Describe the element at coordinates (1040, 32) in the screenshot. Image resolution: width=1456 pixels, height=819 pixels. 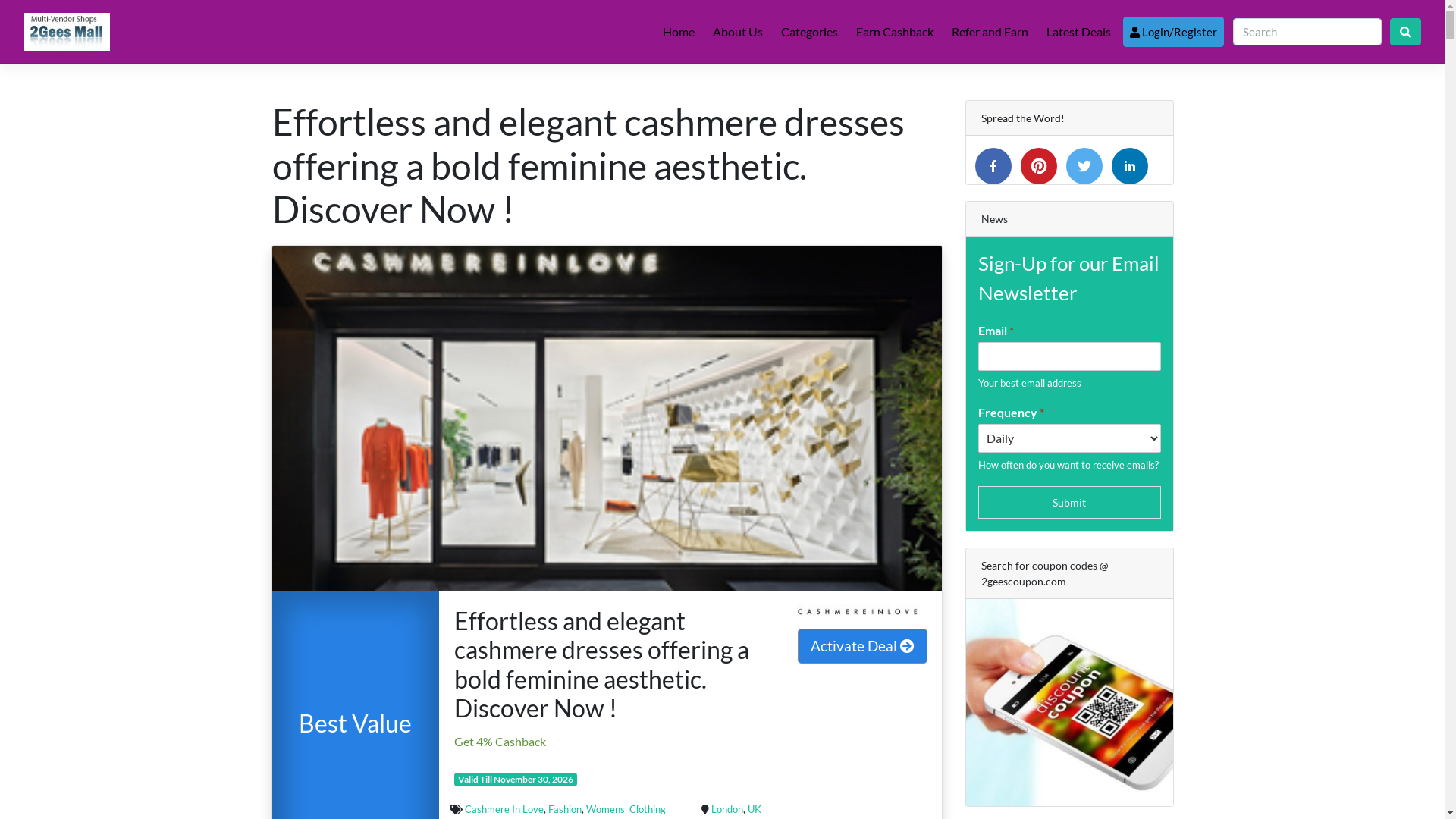
I see `'Latest Deals'` at that location.